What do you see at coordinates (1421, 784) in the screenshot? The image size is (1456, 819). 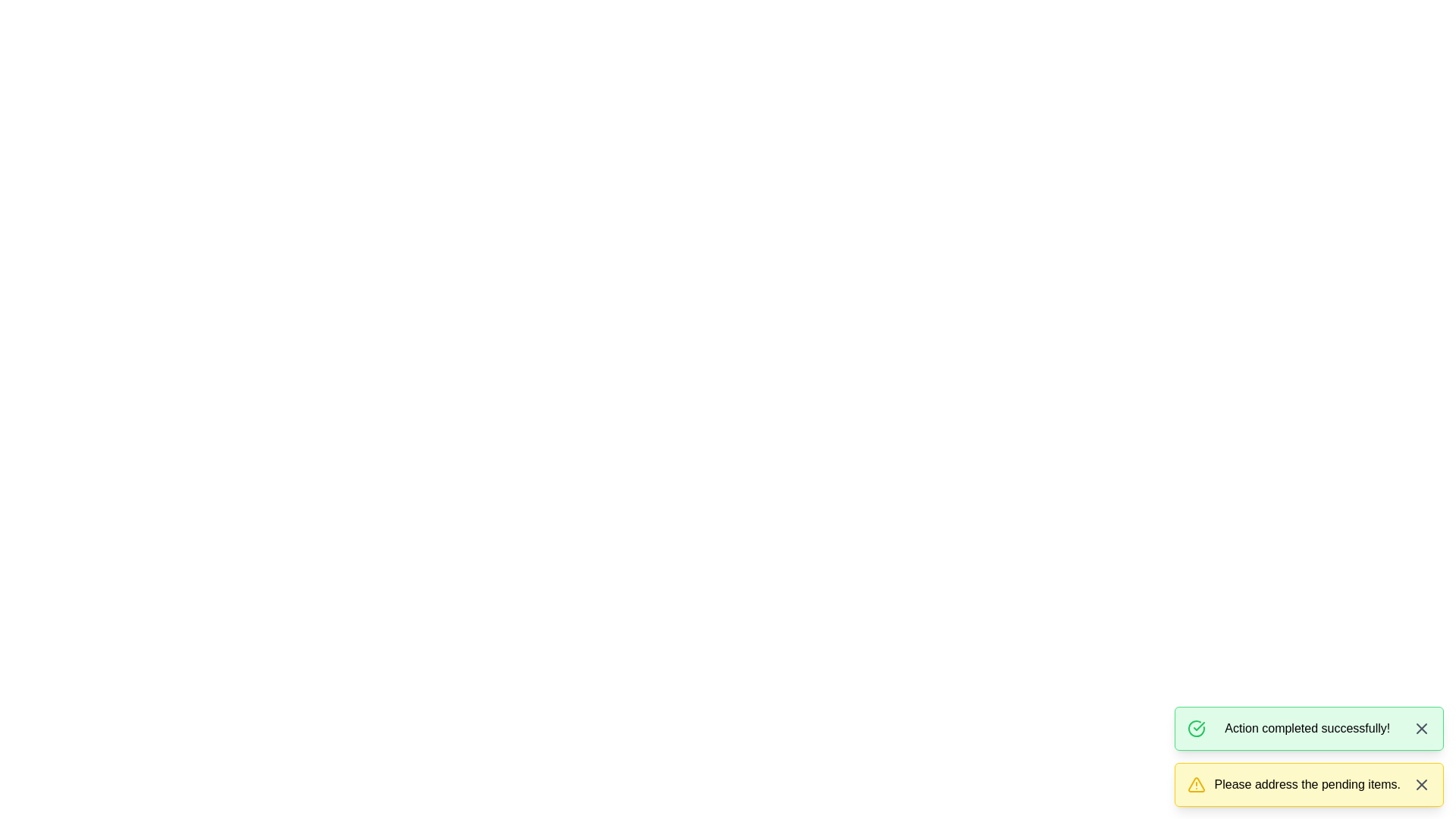 I see `close button of the message with text 'Please address the pending items.'` at bounding box center [1421, 784].